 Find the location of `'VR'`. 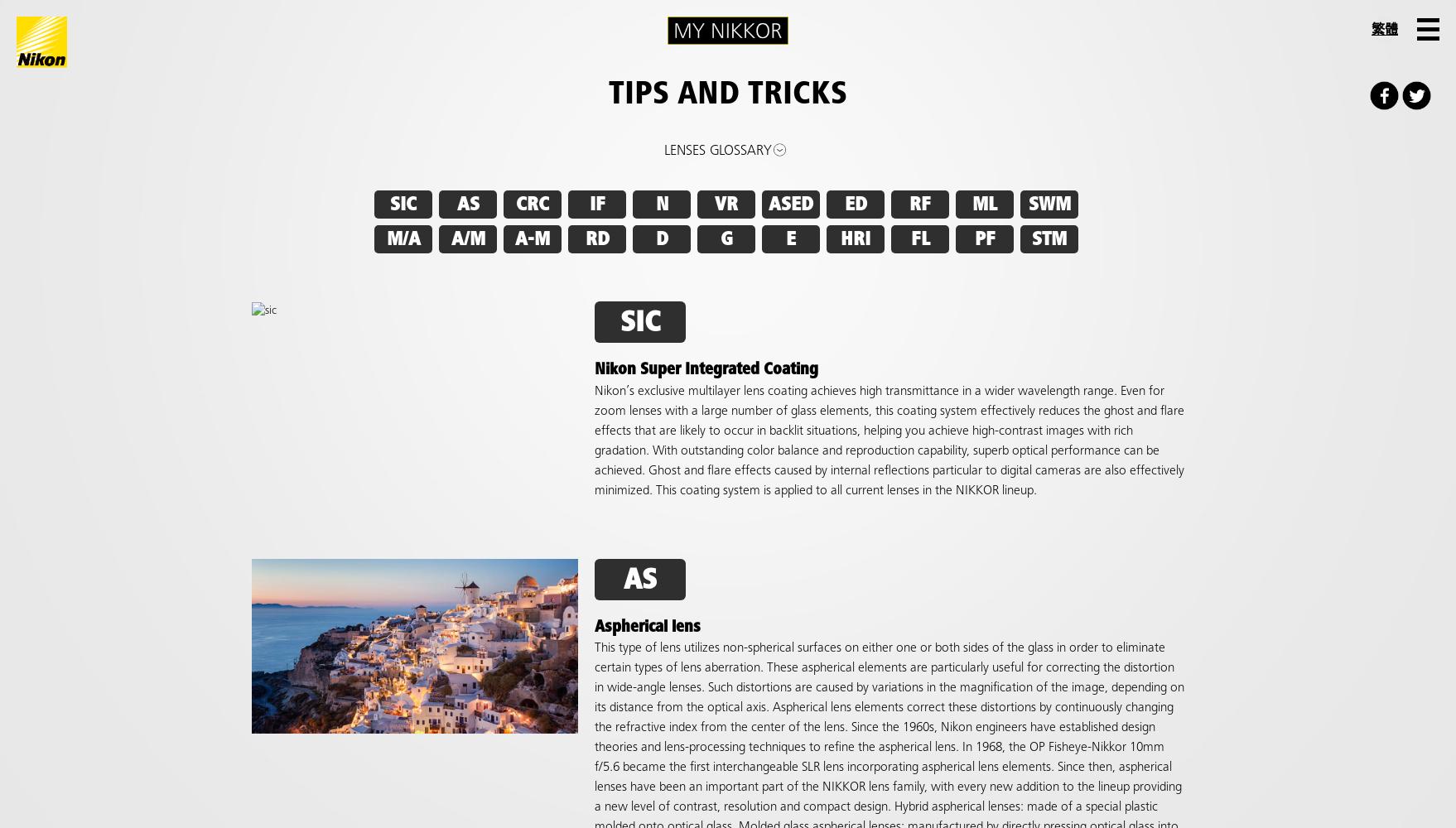

'VR' is located at coordinates (726, 204).